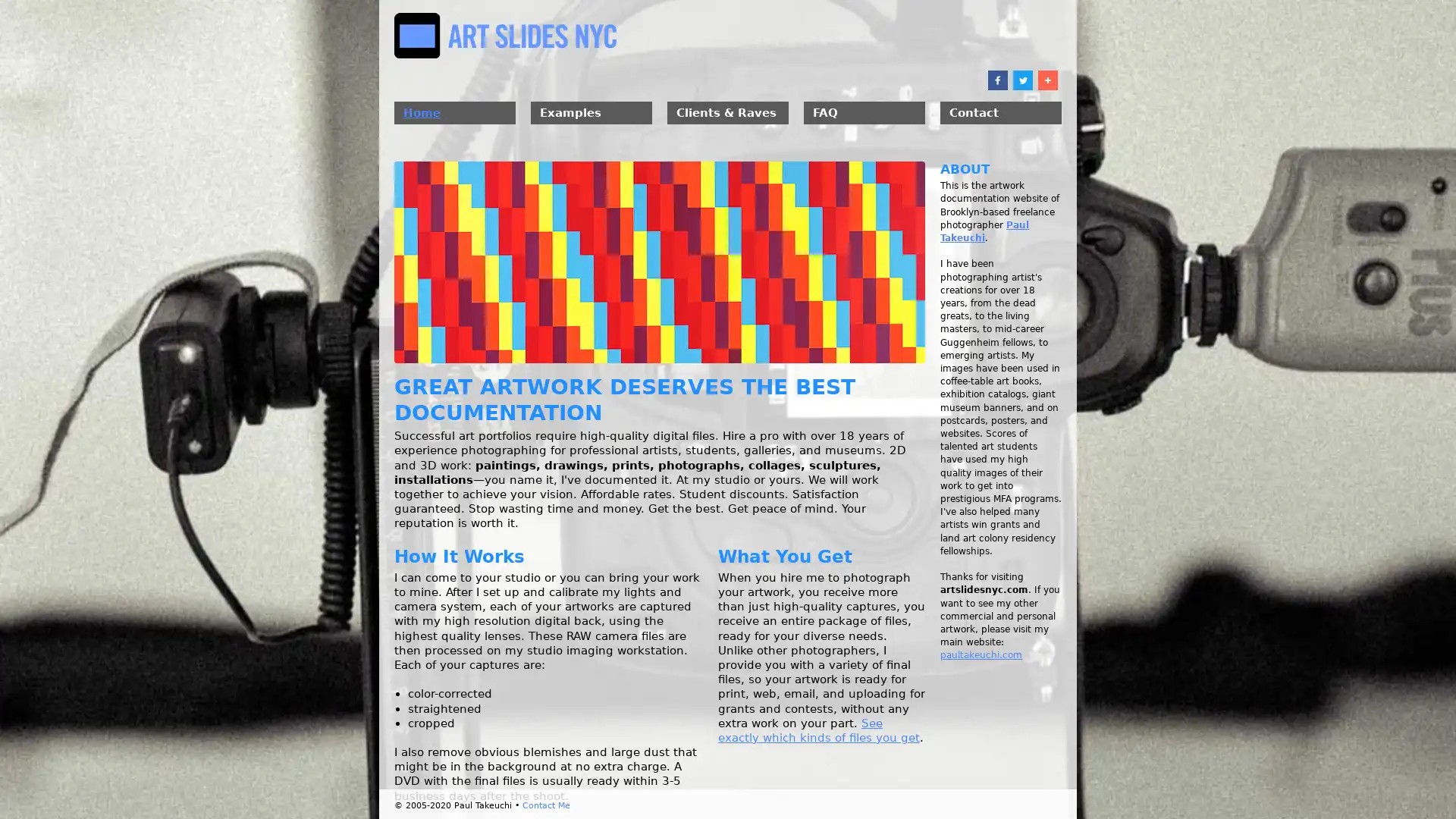 The width and height of the screenshot is (1456, 819). I want to click on Share to More, so click(1050, 79).